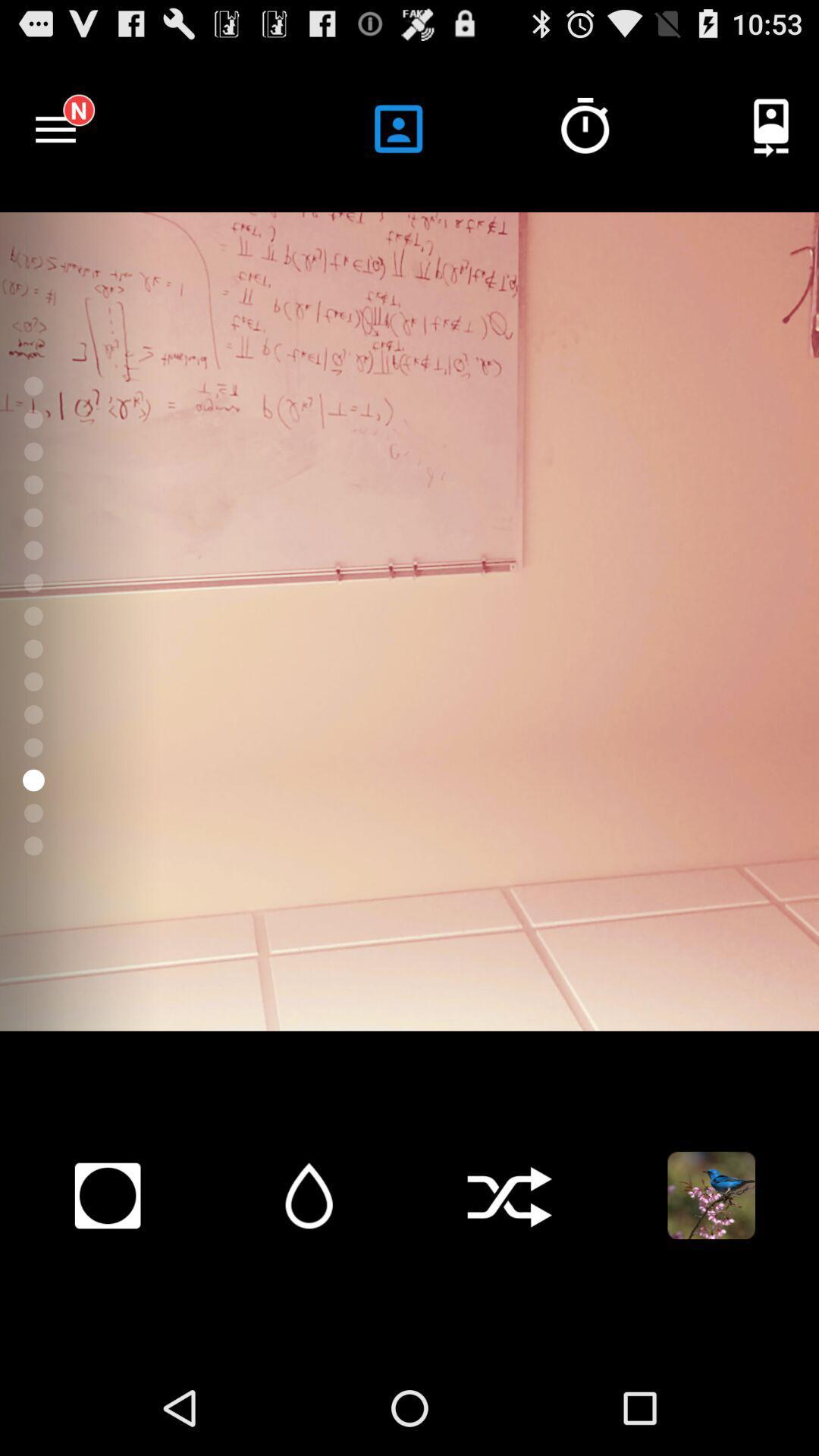  What do you see at coordinates (584, 138) in the screenshot?
I see `the time icon` at bounding box center [584, 138].